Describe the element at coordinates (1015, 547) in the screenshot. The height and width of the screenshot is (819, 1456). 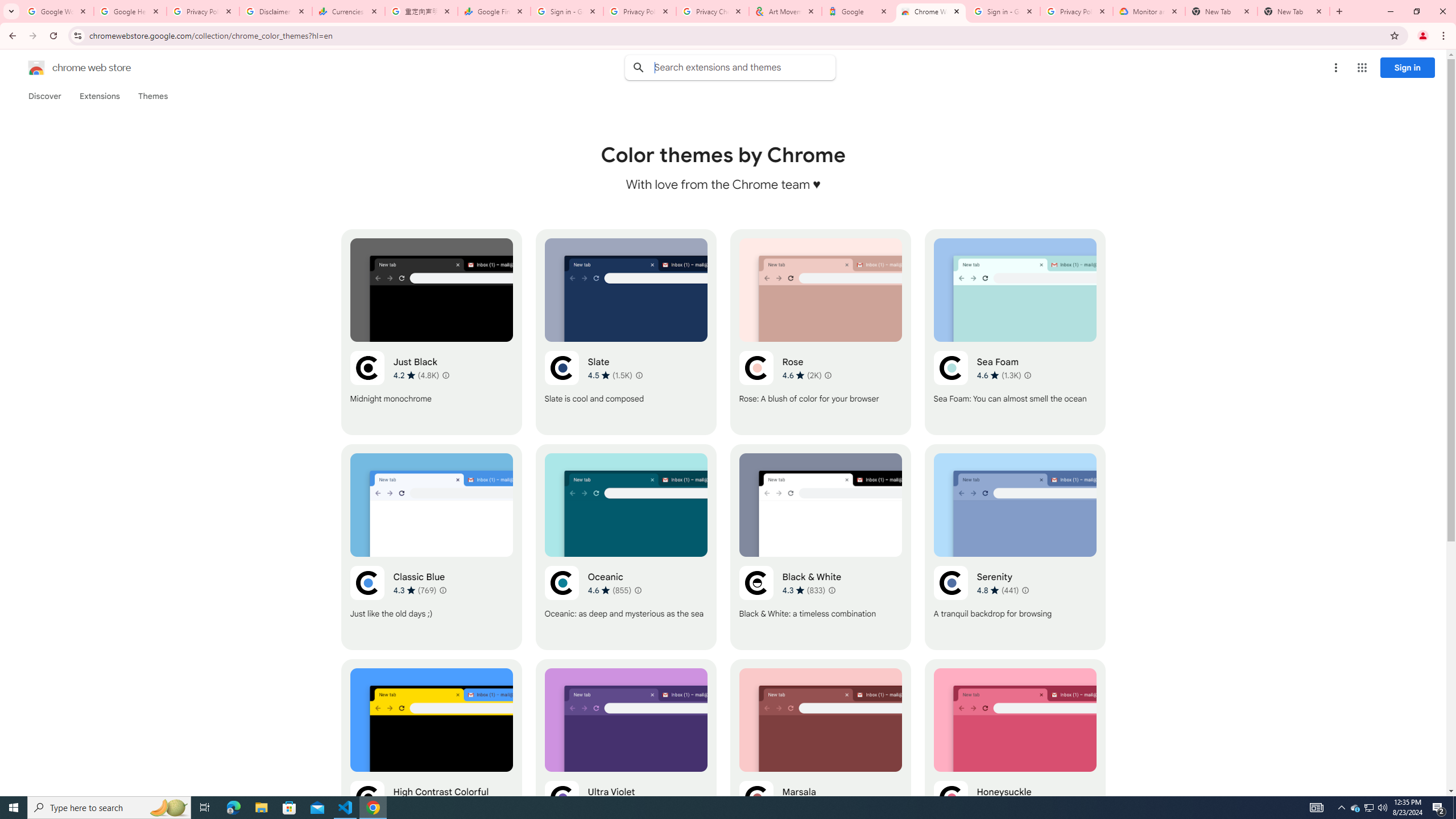
I see `'Serenity'` at that location.